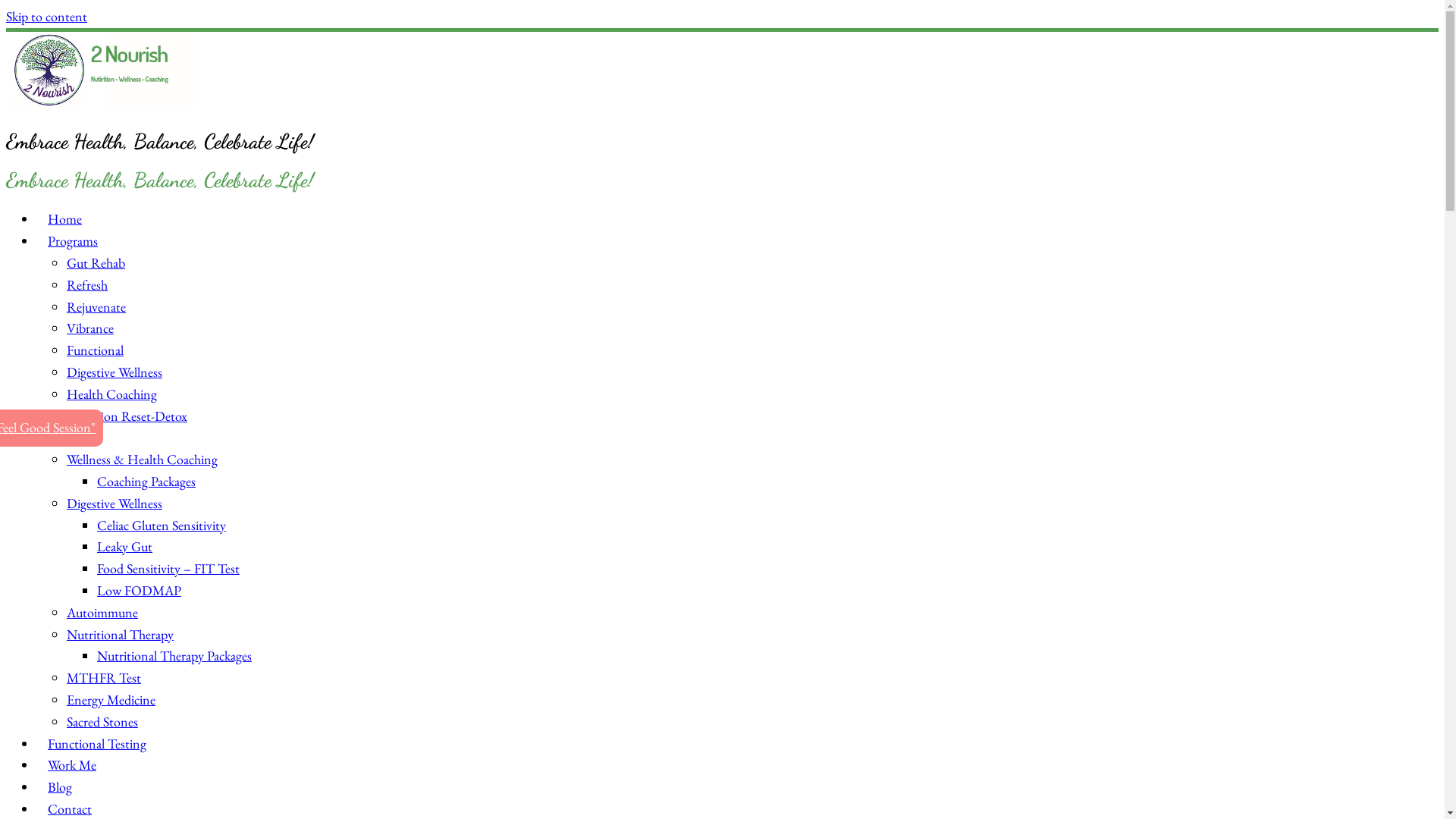 Image resolution: width=1456 pixels, height=819 pixels. What do you see at coordinates (101, 611) in the screenshot?
I see `'Autoimmune'` at bounding box center [101, 611].